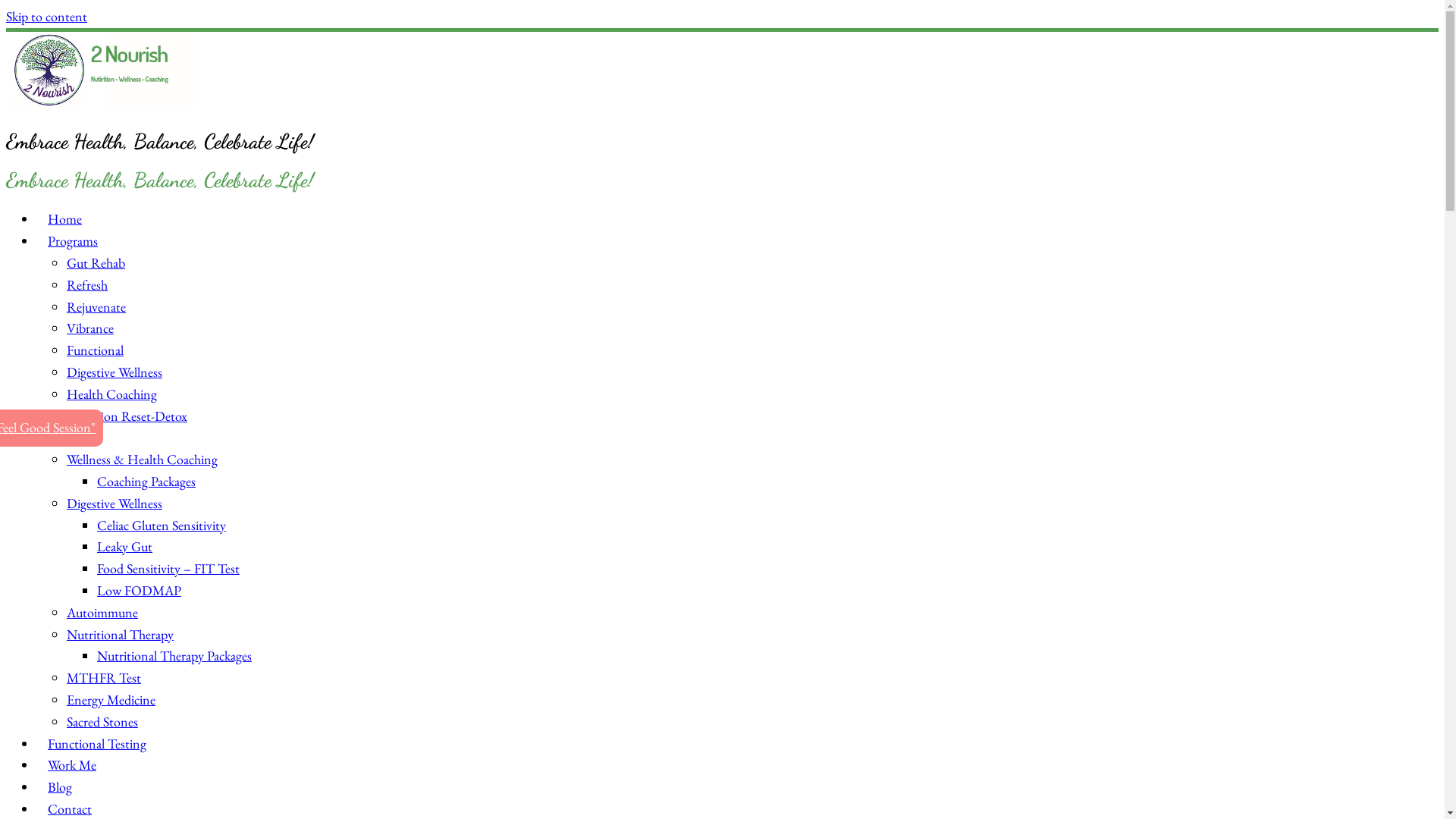 Image resolution: width=1456 pixels, height=819 pixels. What do you see at coordinates (101, 611) in the screenshot?
I see `'Autoimmune'` at bounding box center [101, 611].